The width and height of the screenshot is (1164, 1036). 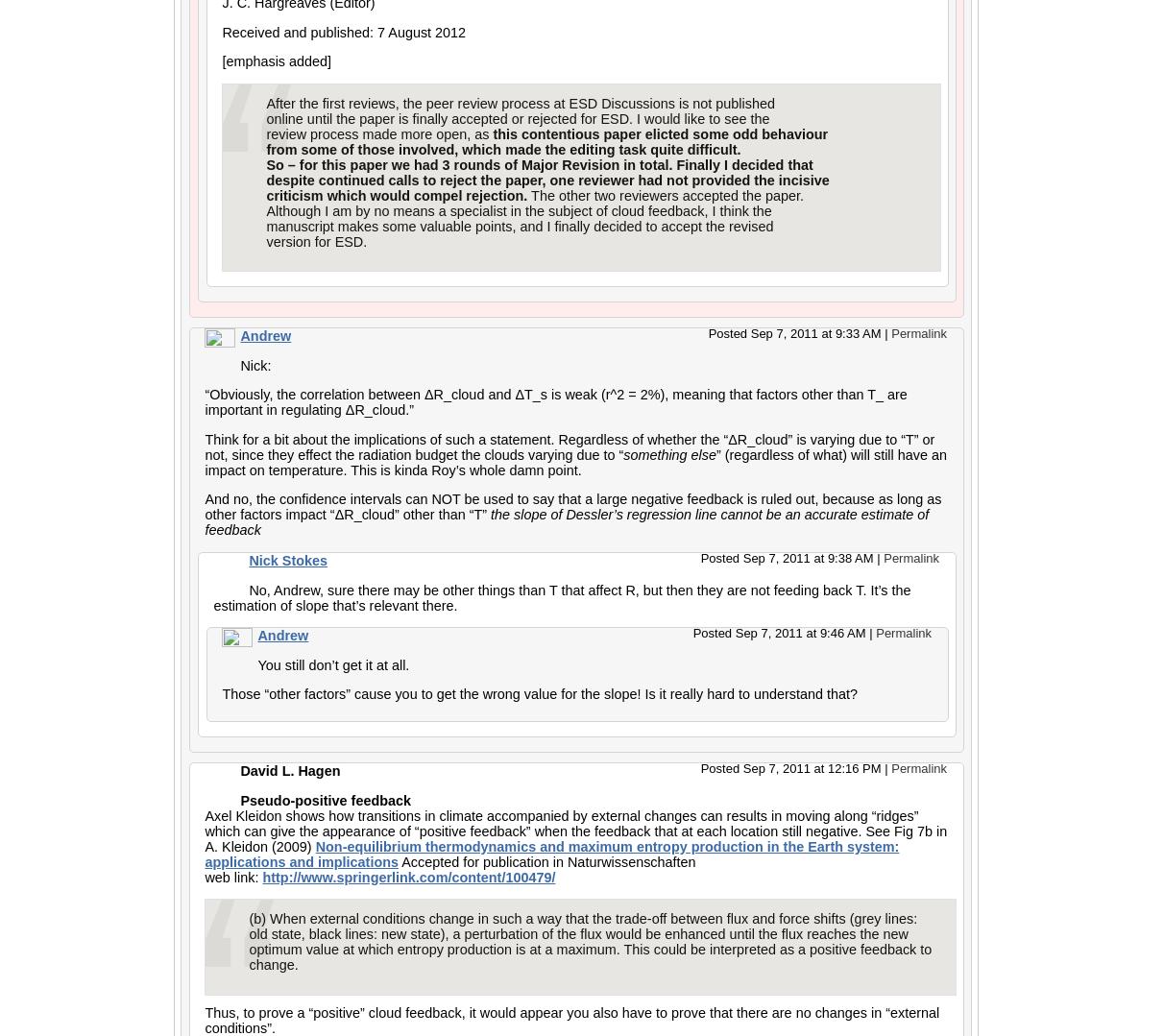 I want to click on 'Think for a bit about the implications of such a statement. Regardless of whether the “ΔR_cloud” is varying due to “T” or not, since they effect the radiation budget the clouds varying due to “', so click(x=203, y=446).